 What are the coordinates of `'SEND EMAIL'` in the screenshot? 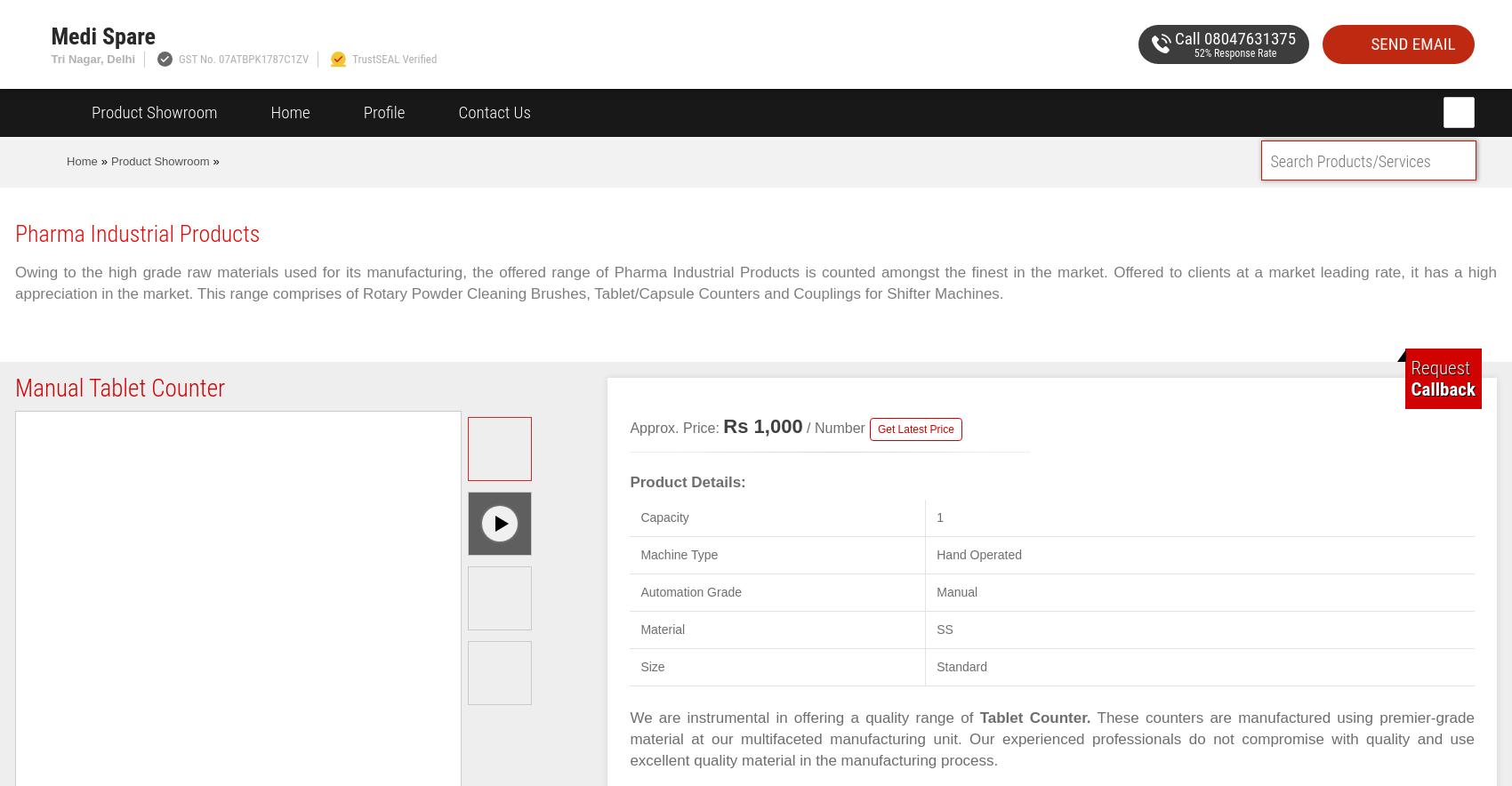 It's located at (1412, 42).